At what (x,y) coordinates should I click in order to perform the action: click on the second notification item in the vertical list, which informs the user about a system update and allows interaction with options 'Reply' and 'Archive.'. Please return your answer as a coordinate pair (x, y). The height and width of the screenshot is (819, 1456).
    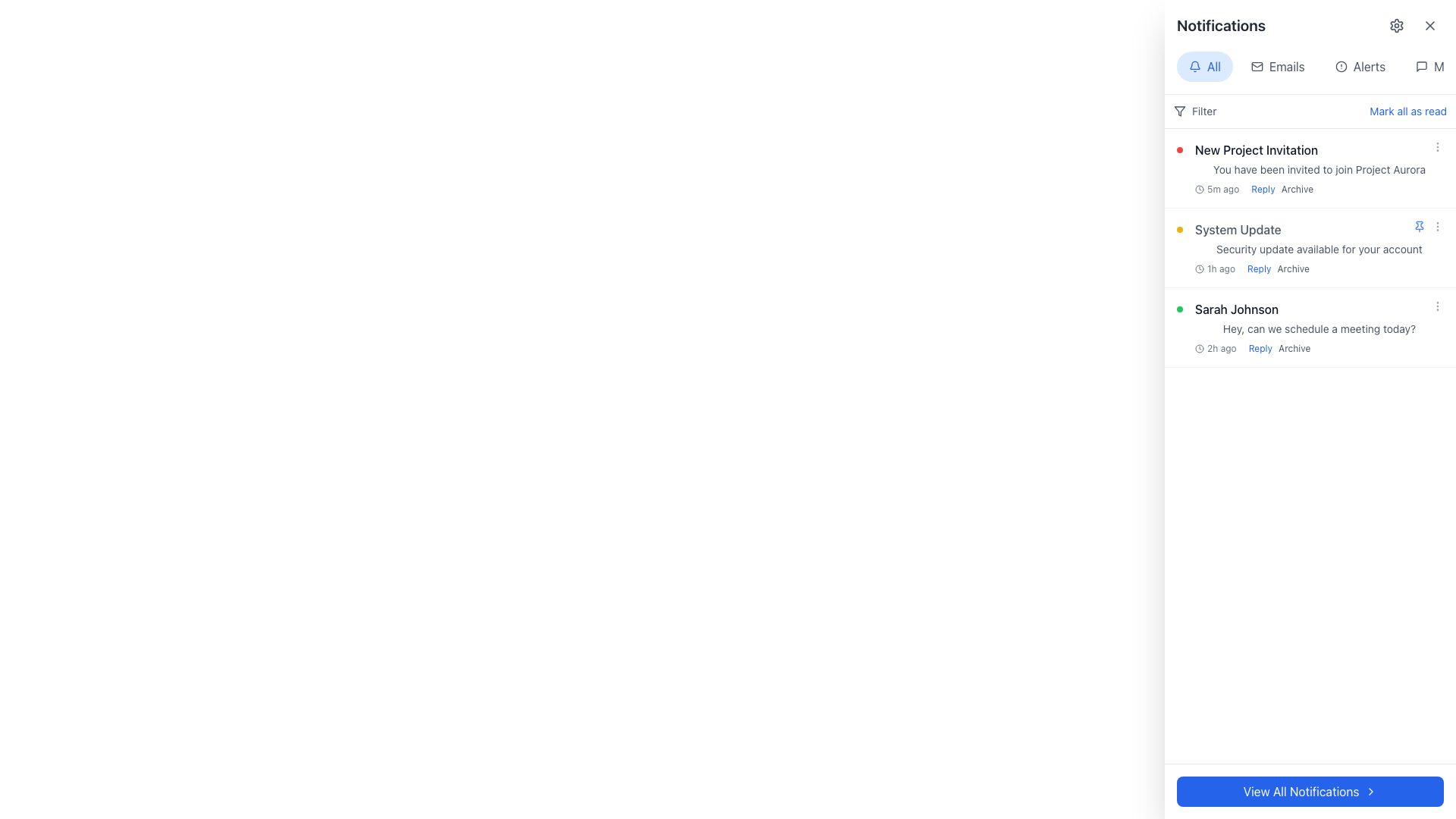
    Looking at the image, I should click on (1318, 247).